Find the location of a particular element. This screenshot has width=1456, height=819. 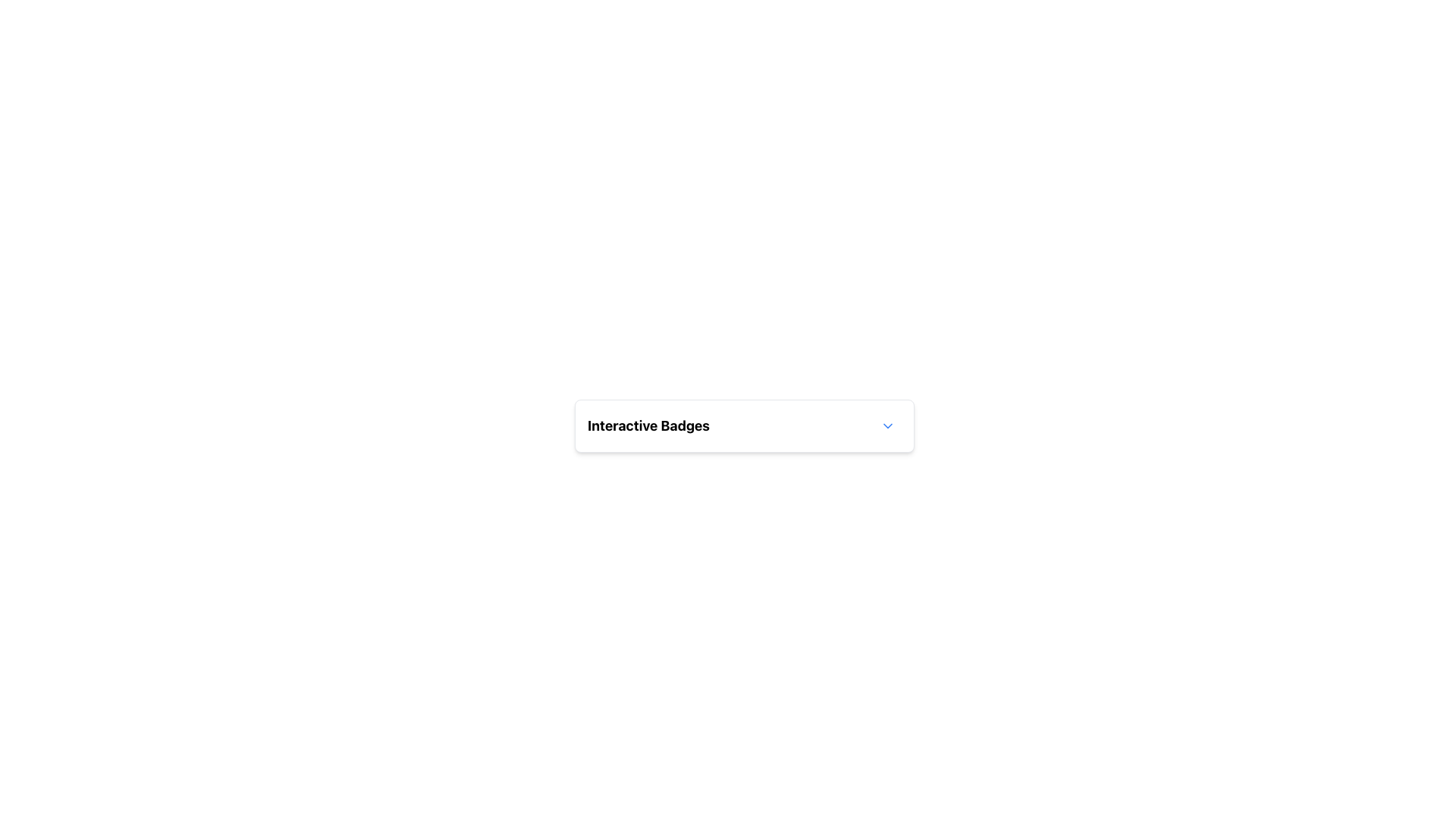

the dropdown icon located at the right end of the 'Interactive Badges' button is located at coordinates (888, 426).